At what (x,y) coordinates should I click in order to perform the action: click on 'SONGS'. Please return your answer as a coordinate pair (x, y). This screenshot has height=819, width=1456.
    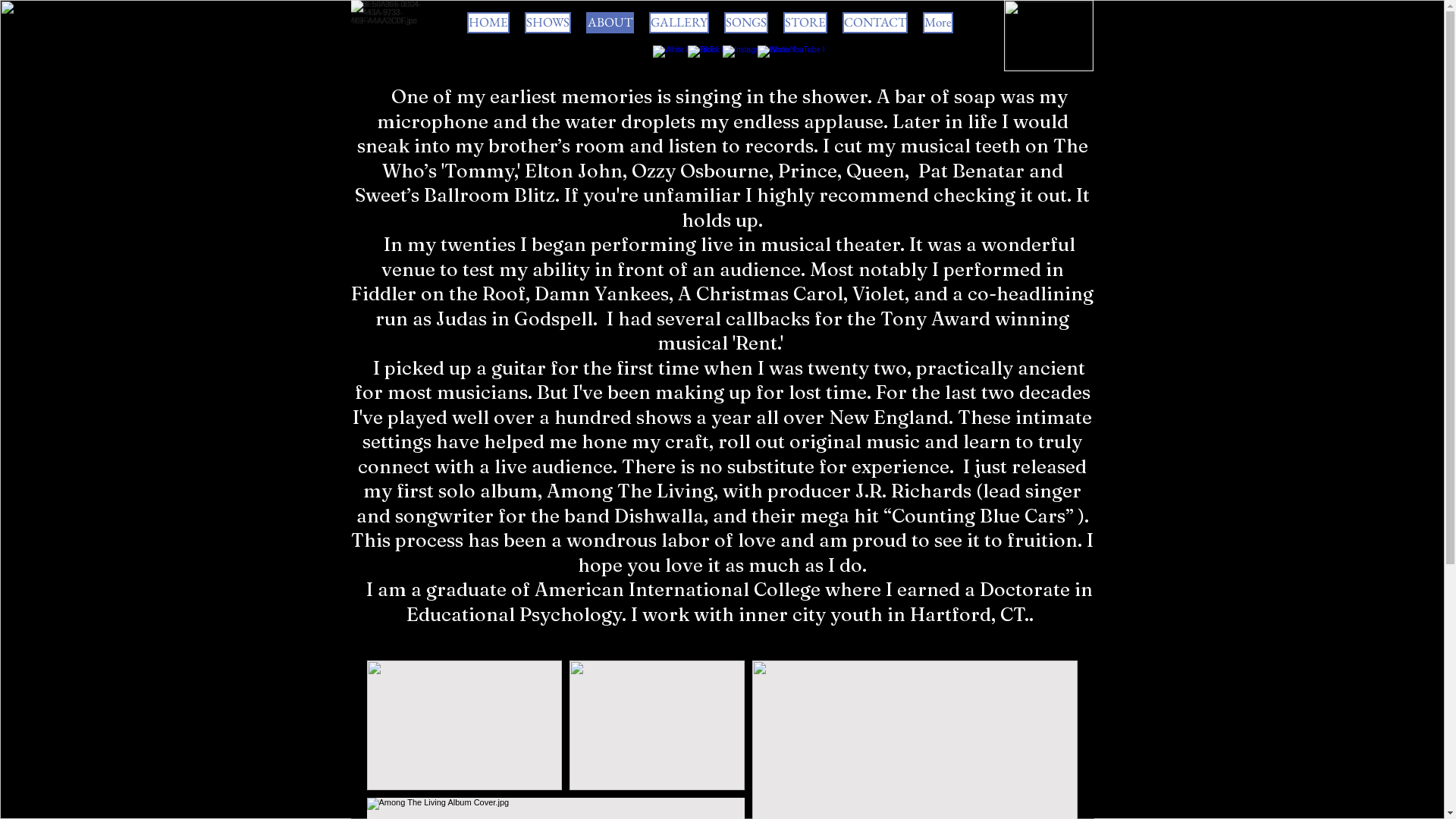
    Looking at the image, I should click on (745, 23).